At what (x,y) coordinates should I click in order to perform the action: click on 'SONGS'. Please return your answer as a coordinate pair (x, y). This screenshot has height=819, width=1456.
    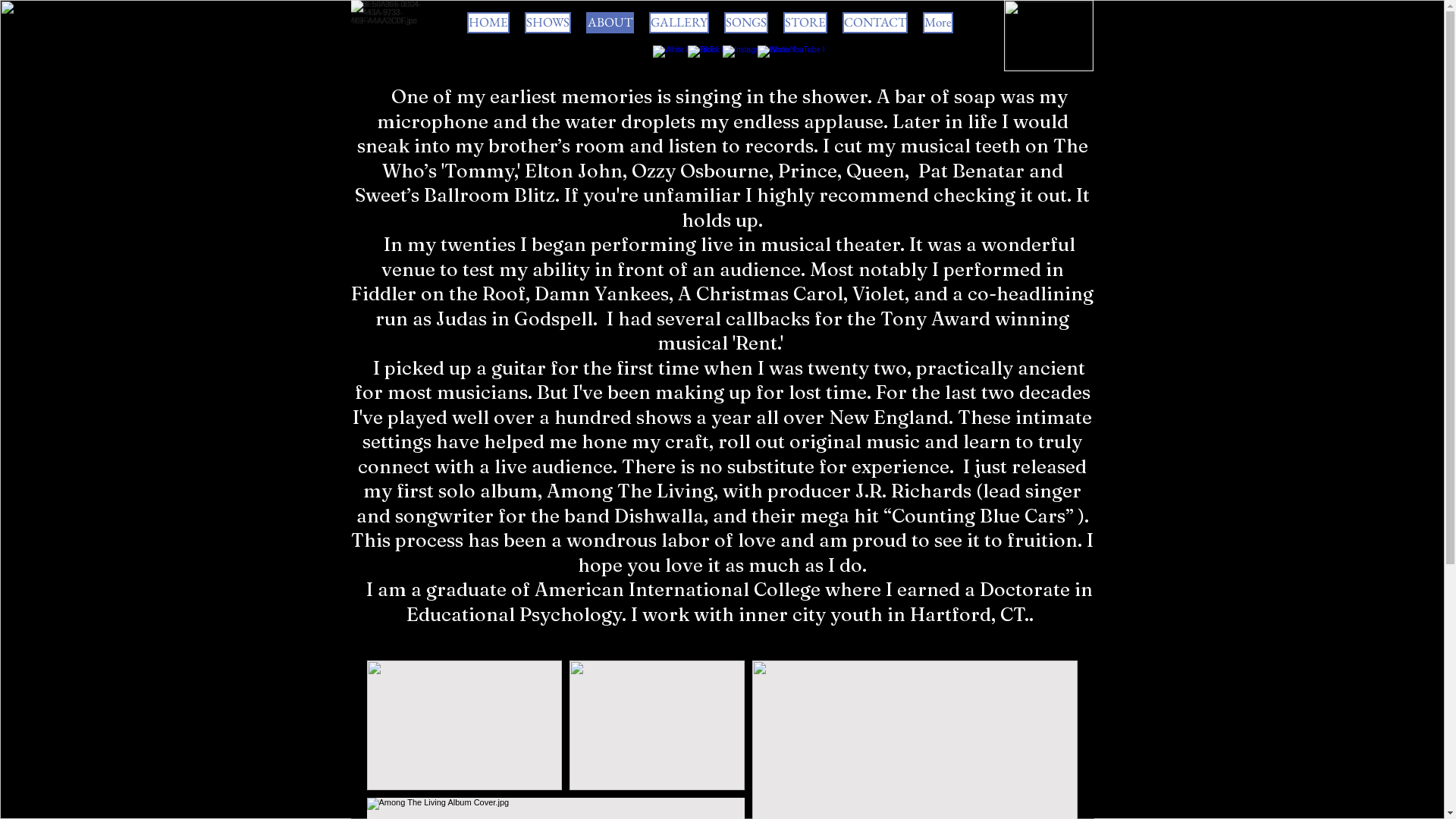
    Looking at the image, I should click on (745, 23).